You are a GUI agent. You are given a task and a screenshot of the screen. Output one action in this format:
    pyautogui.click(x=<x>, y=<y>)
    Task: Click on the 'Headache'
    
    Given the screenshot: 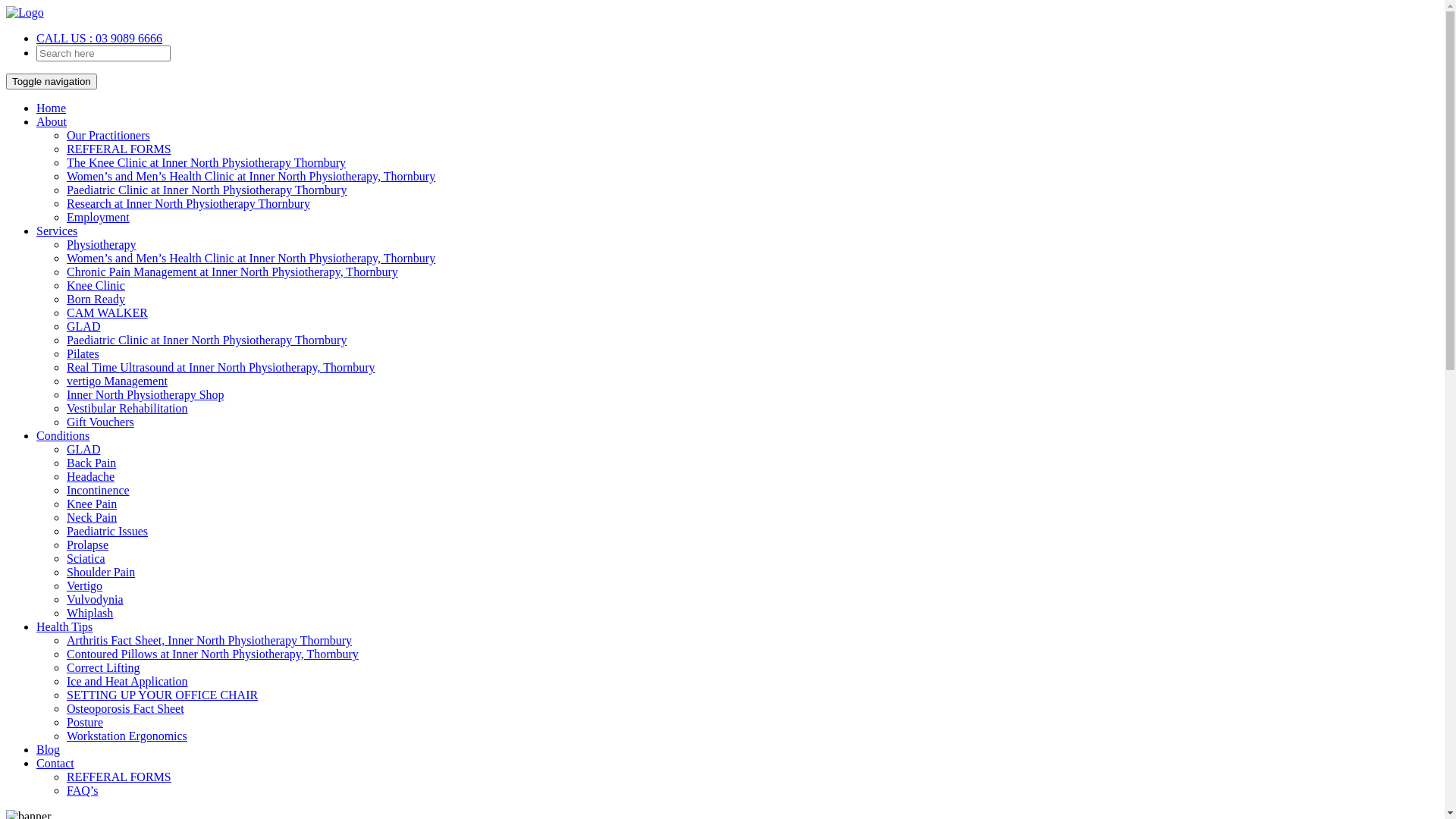 What is the action you would take?
    pyautogui.click(x=89, y=475)
    